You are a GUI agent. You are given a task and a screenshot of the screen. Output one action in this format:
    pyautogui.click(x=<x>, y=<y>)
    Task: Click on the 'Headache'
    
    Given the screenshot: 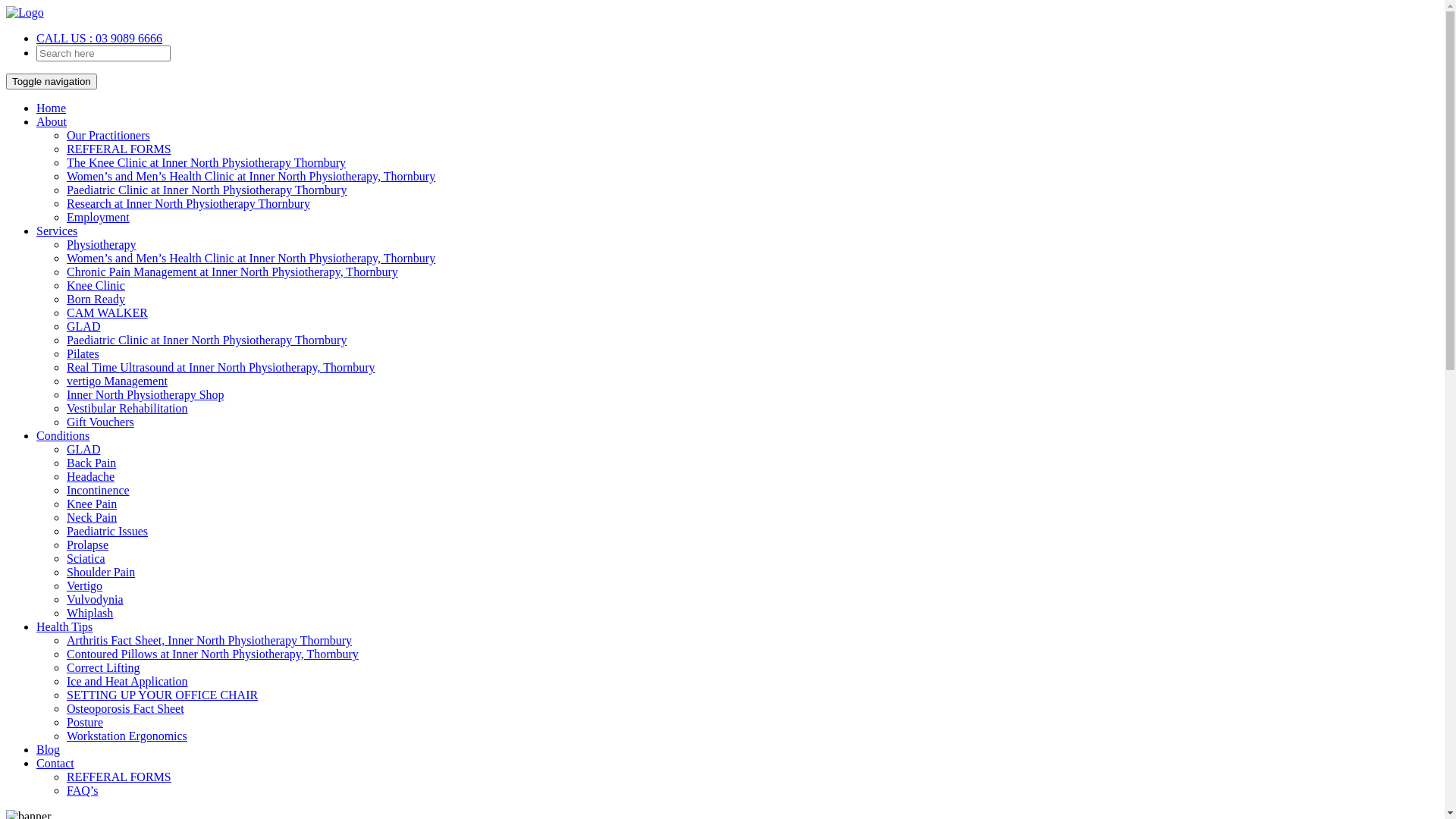 What is the action you would take?
    pyautogui.click(x=89, y=475)
    